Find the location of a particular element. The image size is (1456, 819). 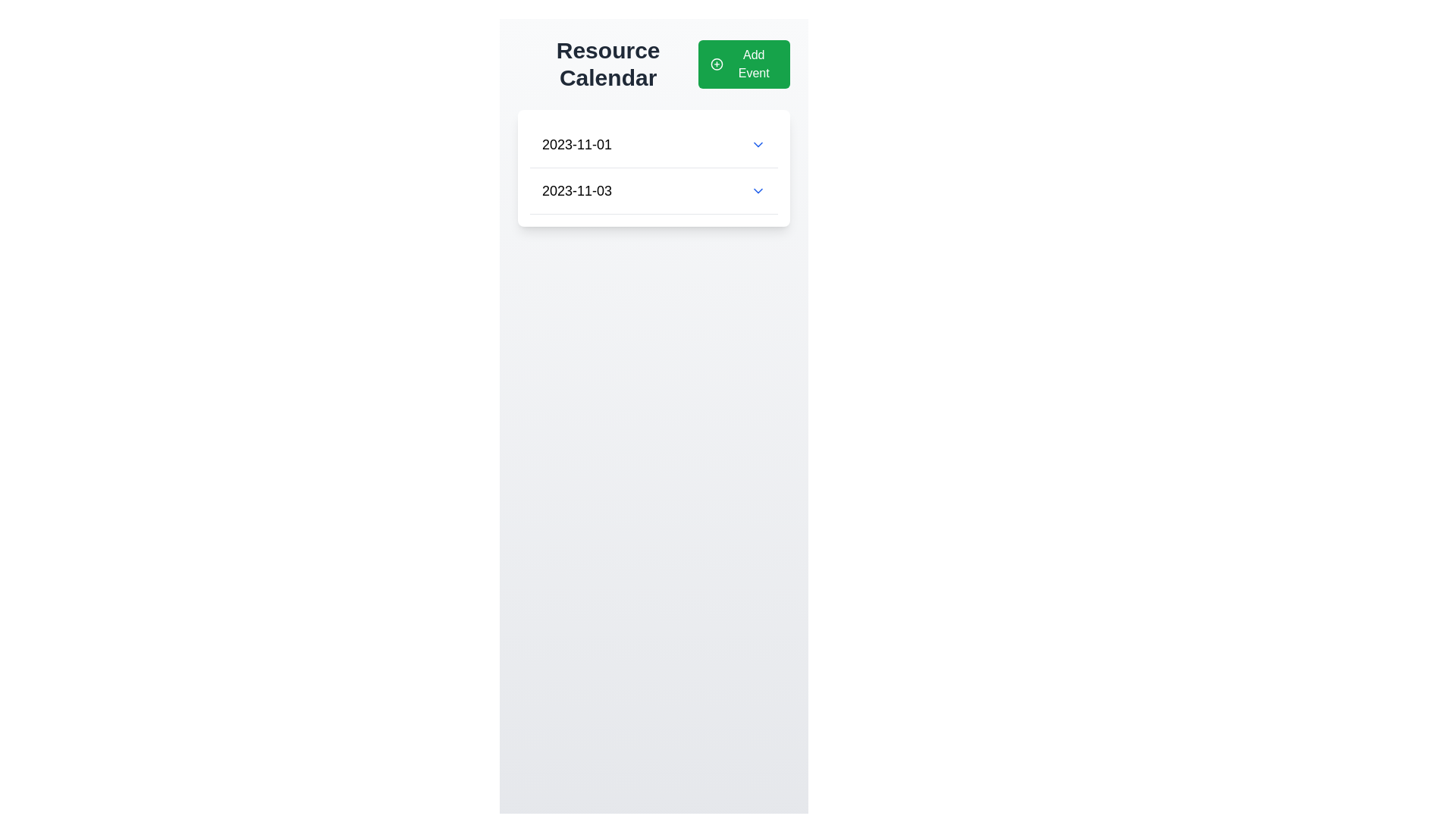

the second date item in the vertically stacked list is located at coordinates (654, 190).